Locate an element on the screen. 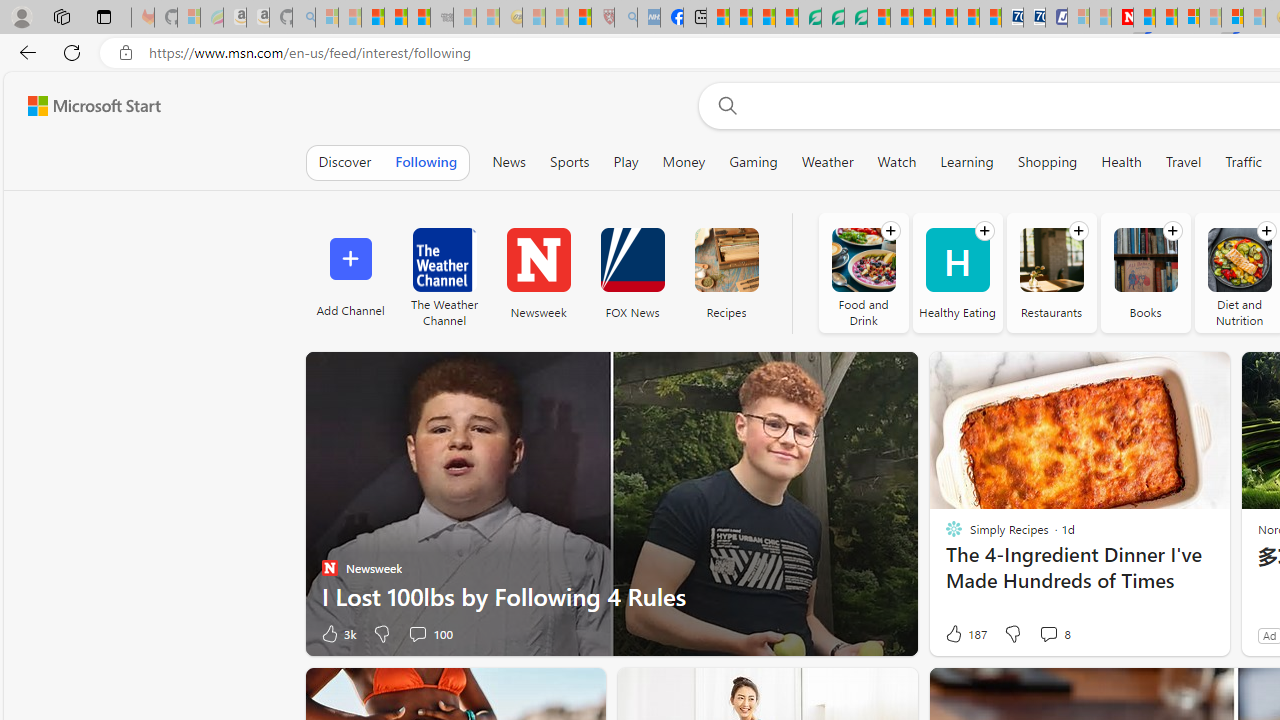  'FOX News' is located at coordinates (631, 272).